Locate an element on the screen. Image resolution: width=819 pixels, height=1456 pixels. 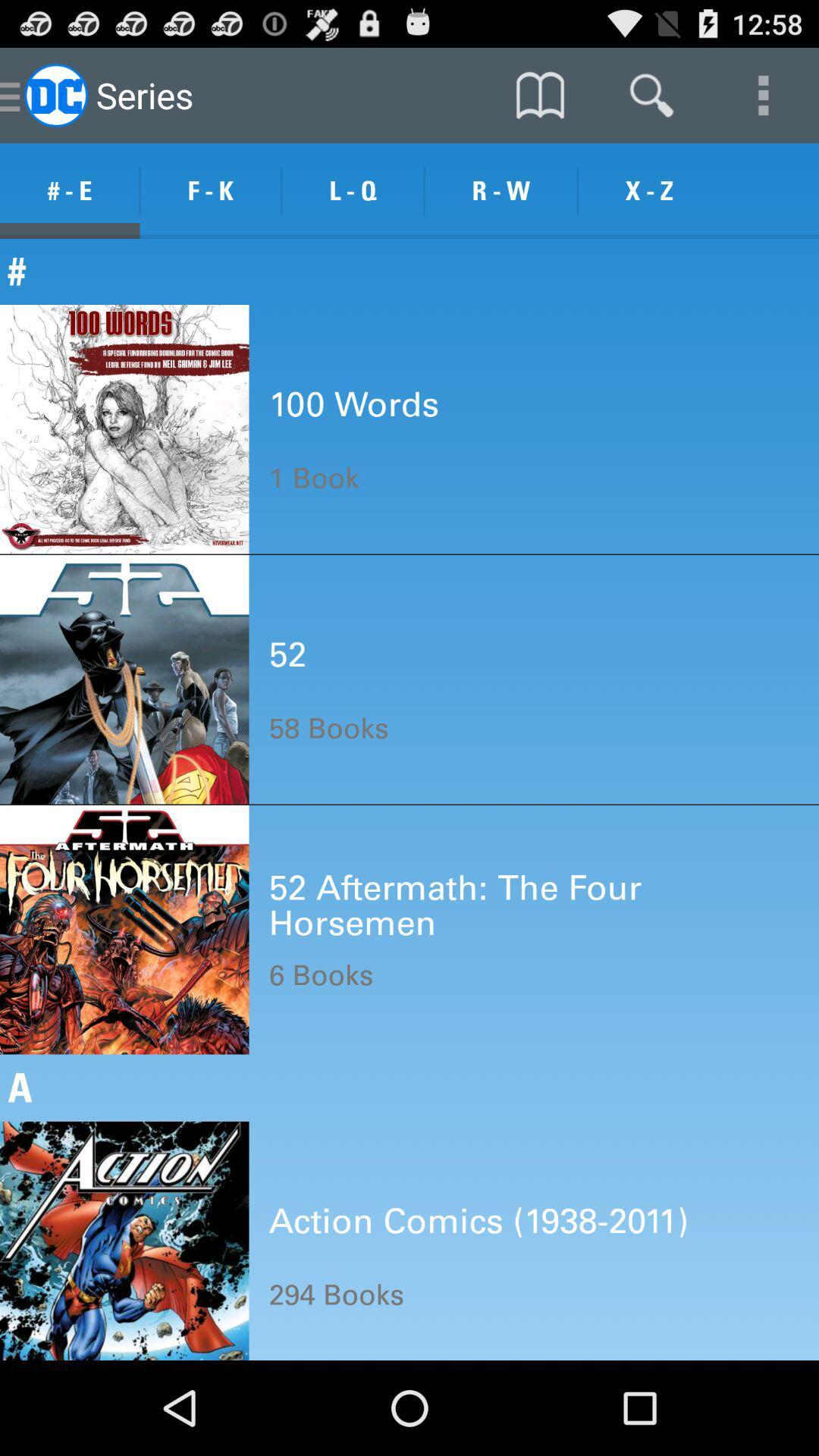
x - z is located at coordinates (648, 190).